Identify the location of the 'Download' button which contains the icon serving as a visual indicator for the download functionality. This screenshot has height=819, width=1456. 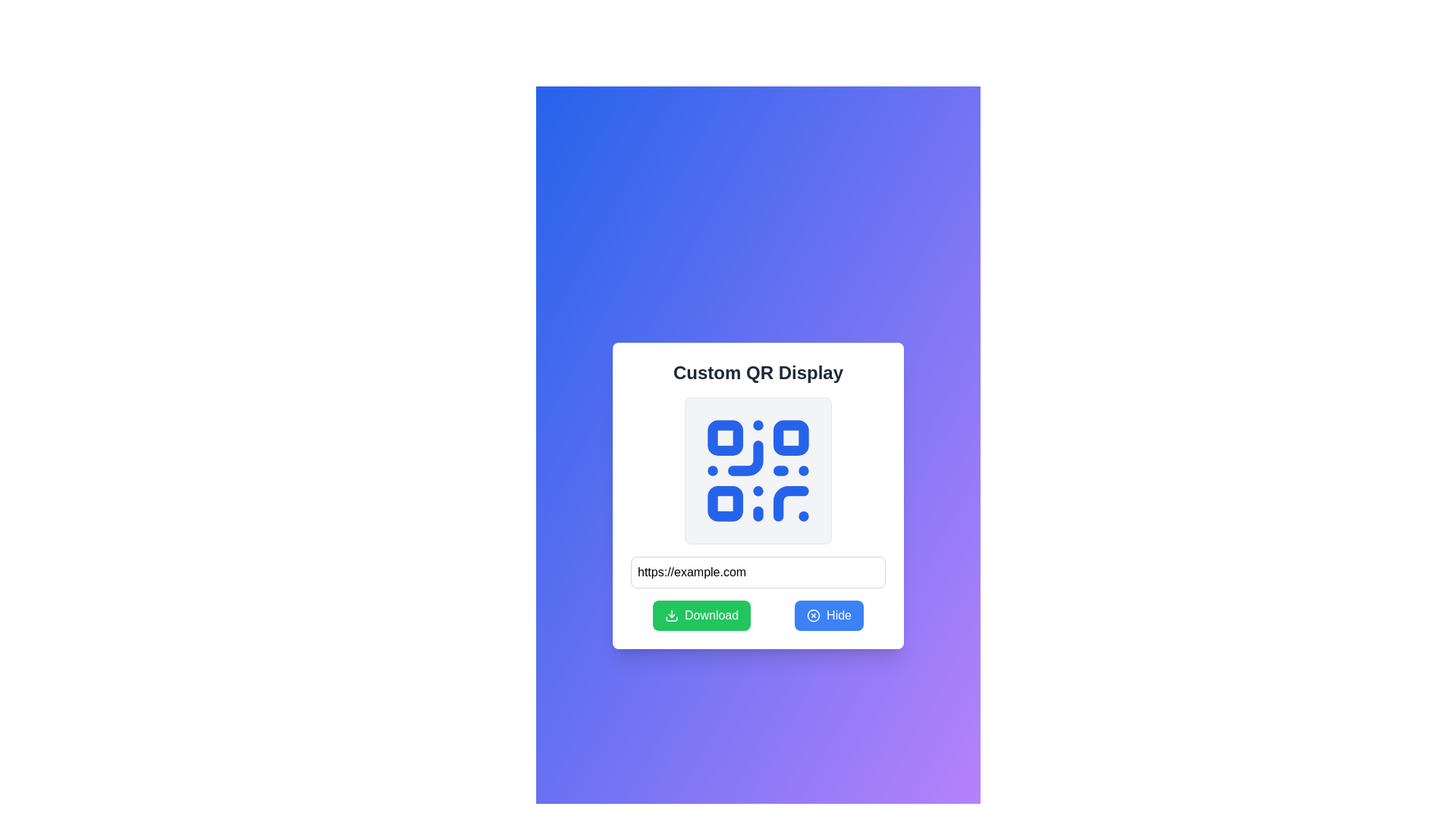
(670, 616).